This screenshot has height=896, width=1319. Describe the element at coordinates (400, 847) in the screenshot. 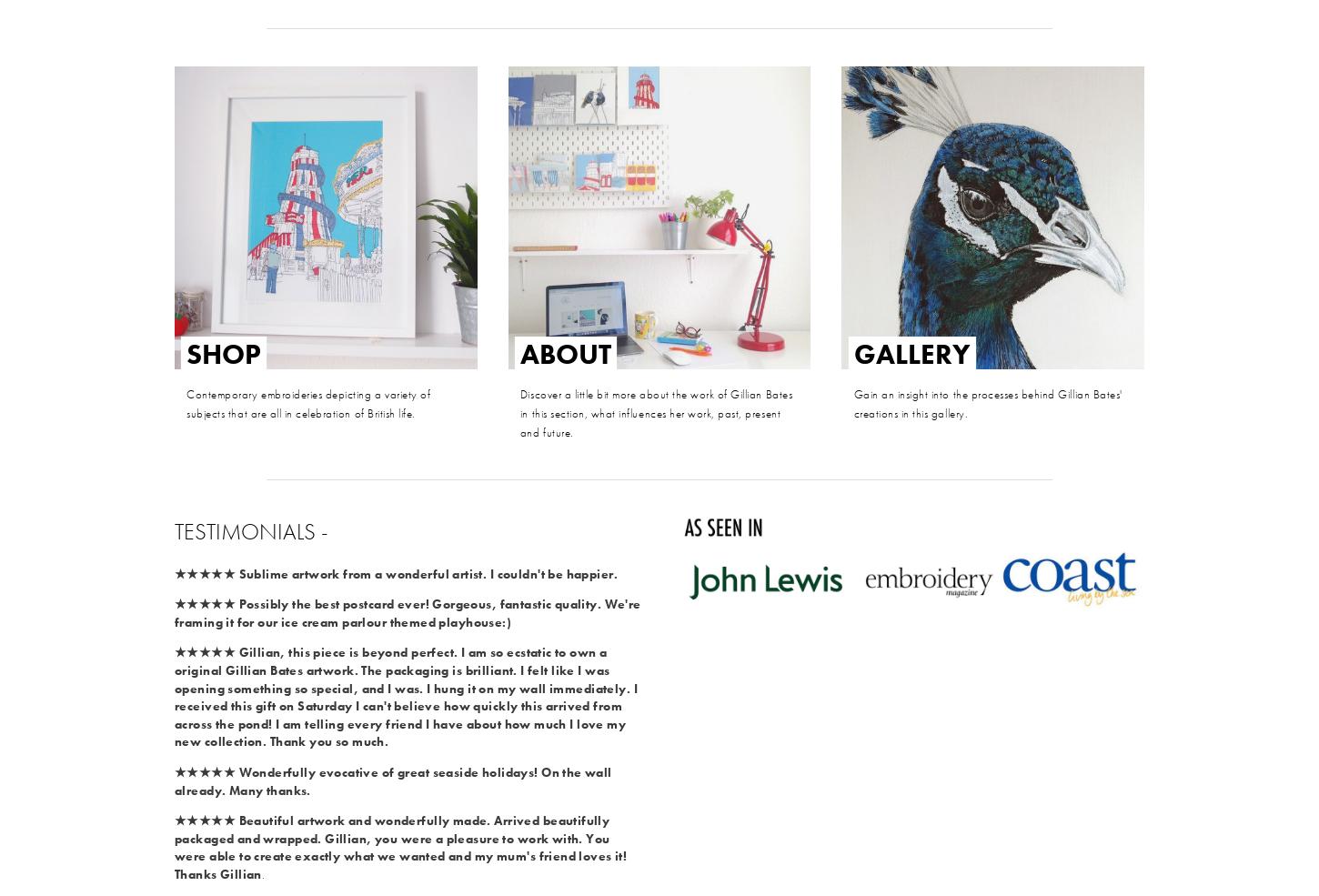

I see `'★★★★★ Beautiful artwork and wonderfully made. Arrived beautifully packaged and wrapped. Gillian, you were a pleasure to work with. You were able to create exactly what we wanted and my mum's friend loves it! Thanks Gillian'` at that location.